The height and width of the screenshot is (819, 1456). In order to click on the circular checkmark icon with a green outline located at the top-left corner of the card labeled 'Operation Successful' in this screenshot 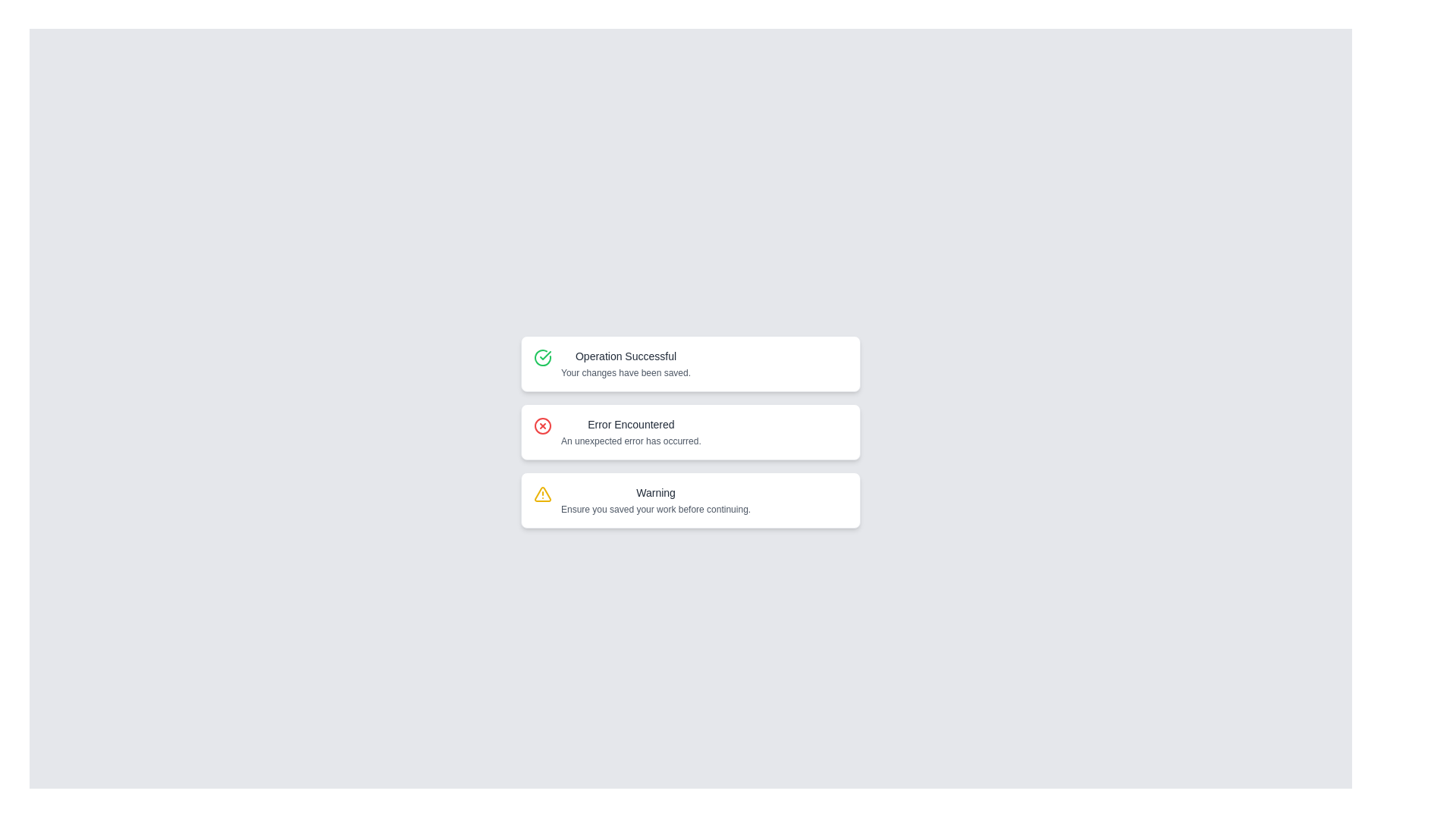, I will do `click(542, 357)`.